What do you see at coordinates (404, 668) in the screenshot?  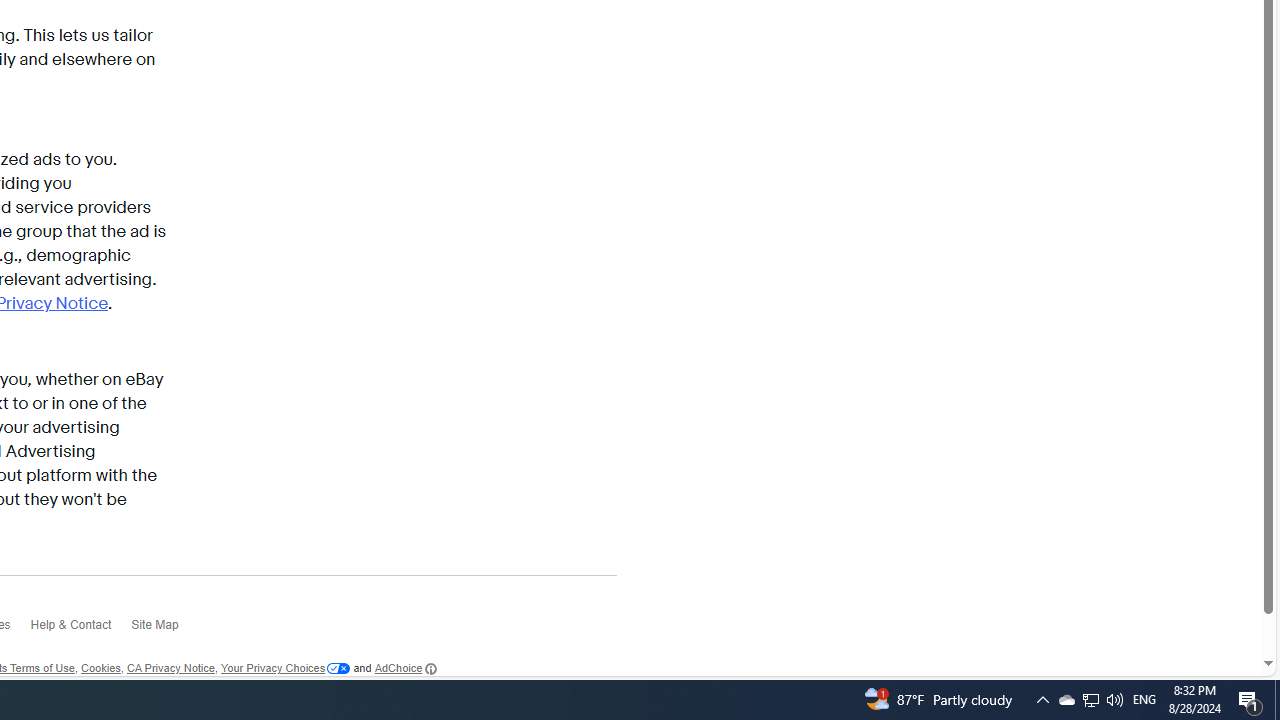 I see `'AdChoice'` at bounding box center [404, 668].